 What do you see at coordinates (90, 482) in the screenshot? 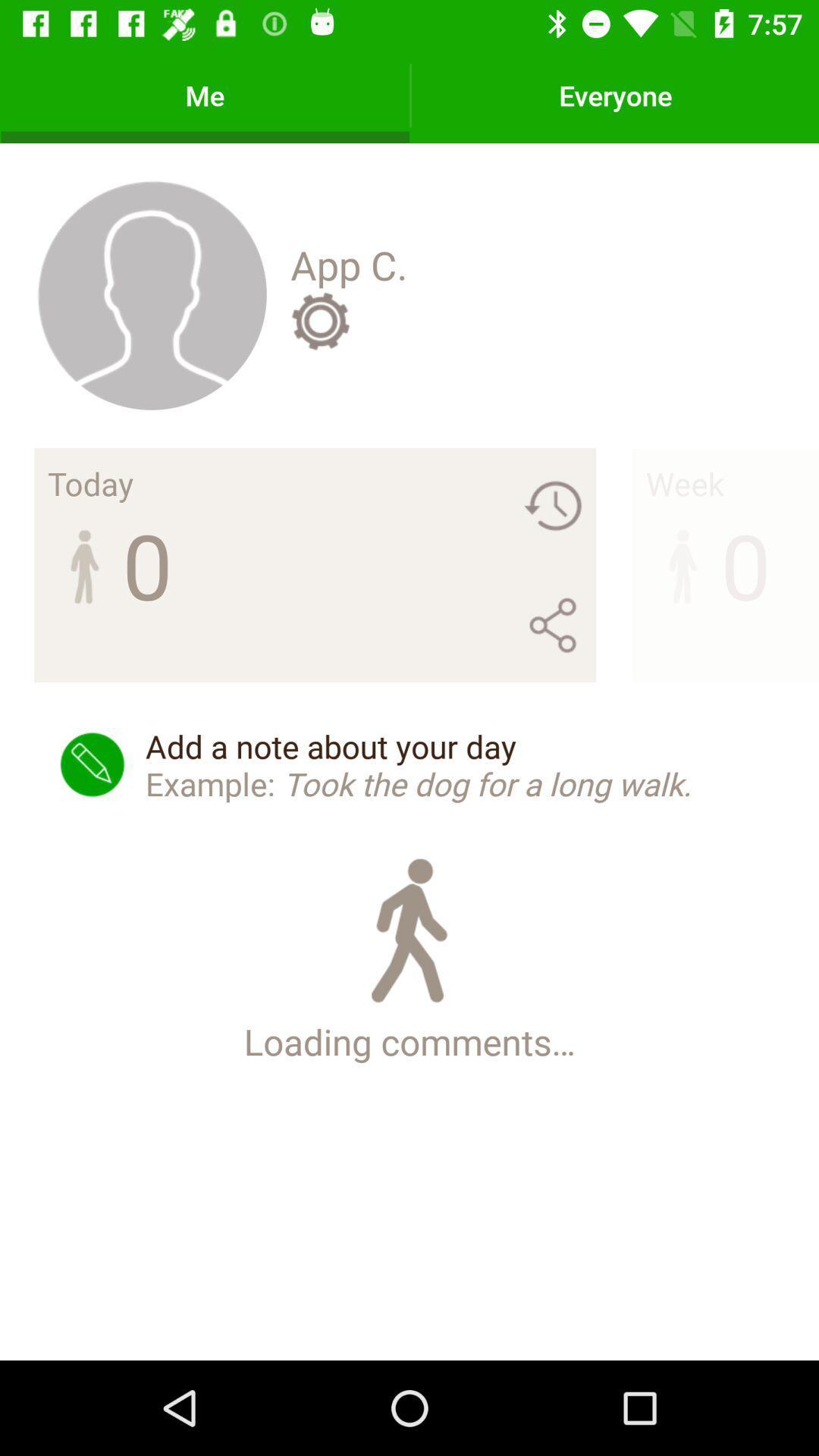
I see `today icon` at bounding box center [90, 482].